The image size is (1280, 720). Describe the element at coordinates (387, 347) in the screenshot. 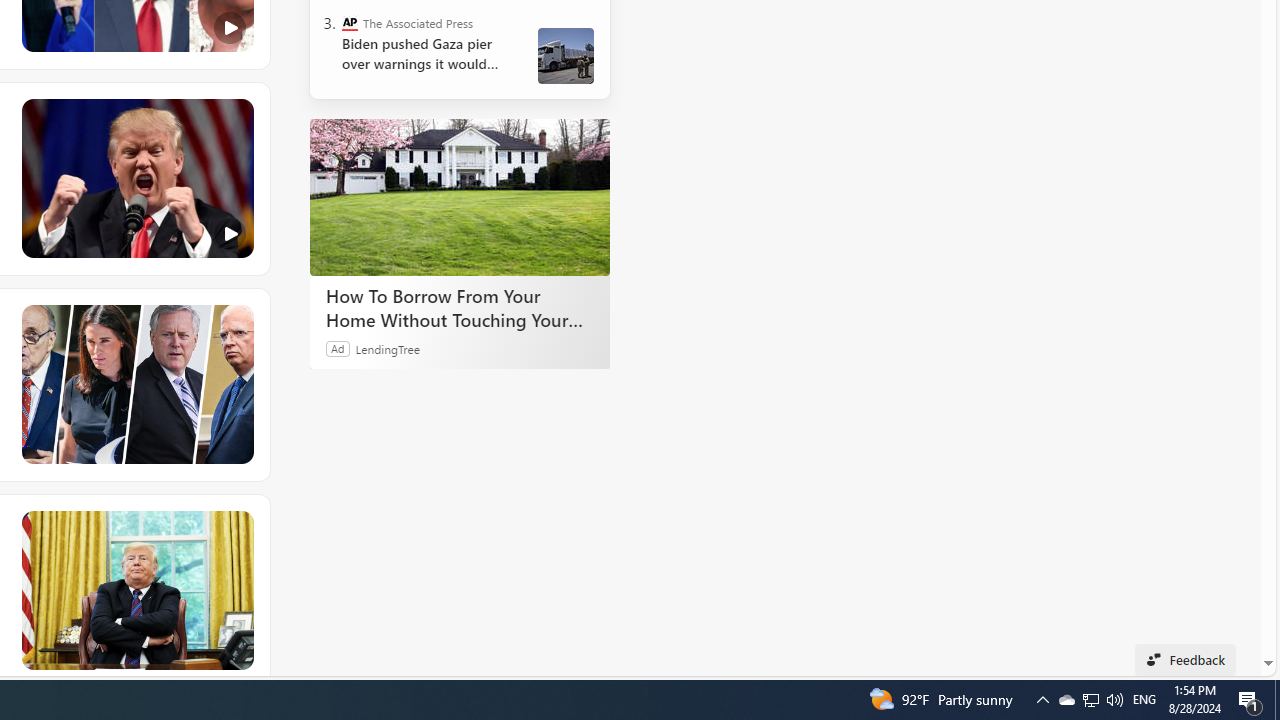

I see `'LendingTree'` at that location.